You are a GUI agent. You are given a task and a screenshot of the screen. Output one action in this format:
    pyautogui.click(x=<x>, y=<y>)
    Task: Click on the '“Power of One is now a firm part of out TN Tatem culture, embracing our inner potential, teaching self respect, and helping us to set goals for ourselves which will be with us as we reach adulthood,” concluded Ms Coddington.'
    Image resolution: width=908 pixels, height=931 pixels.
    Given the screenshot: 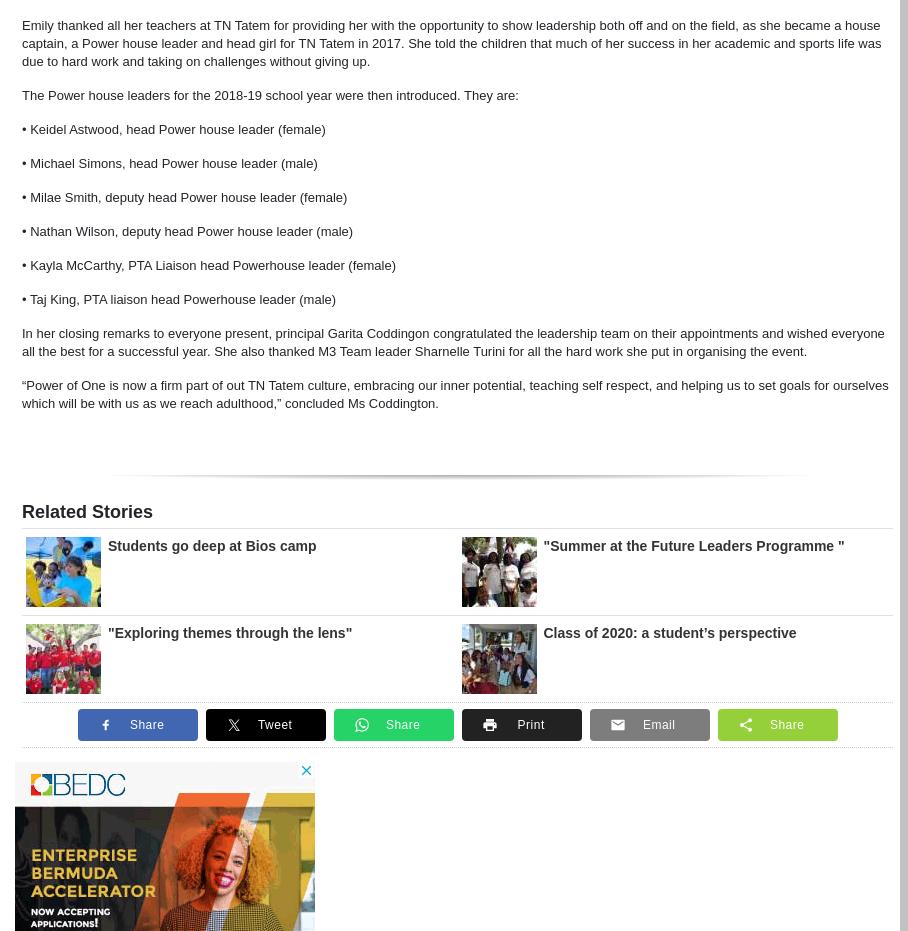 What is the action you would take?
    pyautogui.click(x=454, y=393)
    